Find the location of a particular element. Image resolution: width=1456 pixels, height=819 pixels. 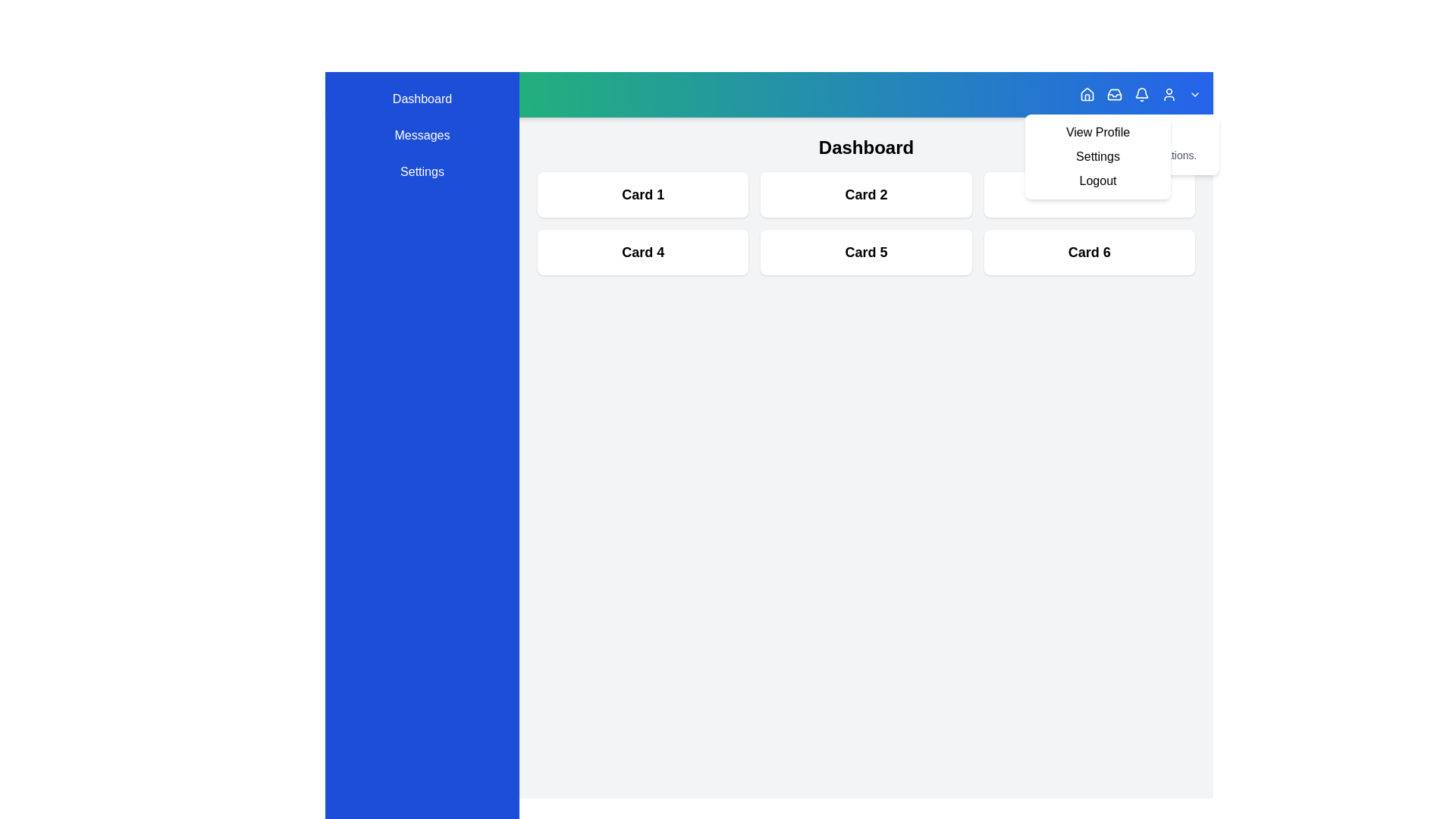

the inbox or mail icon, which is the third icon from the left in the top-right section of the toolbar, located between the home icon and the notification icon is located at coordinates (1114, 94).